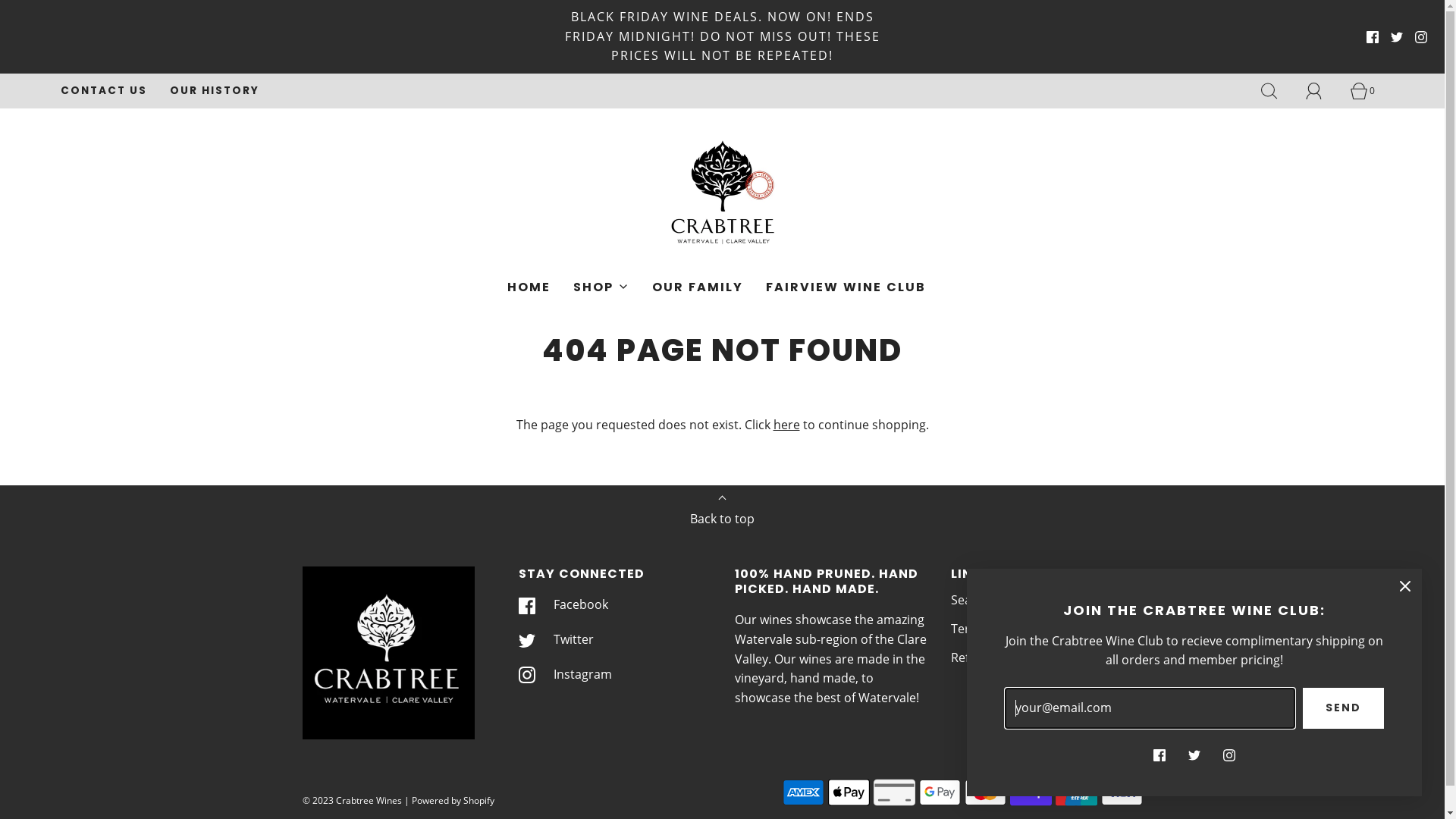  I want to click on 'here', so click(786, 424).